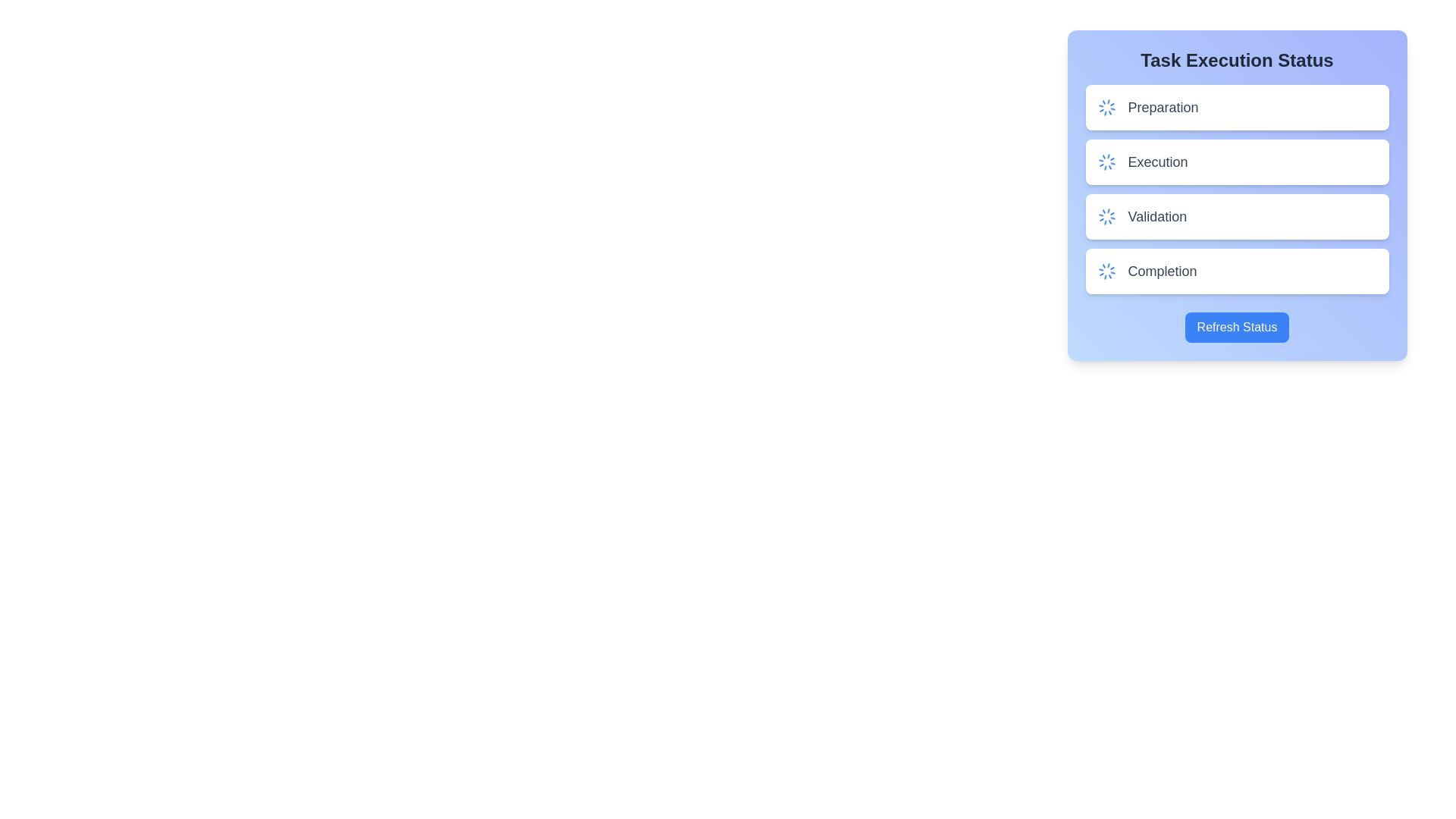  What do you see at coordinates (1237, 107) in the screenshot?
I see `the 'Preparation' step card in the task execution status list` at bounding box center [1237, 107].